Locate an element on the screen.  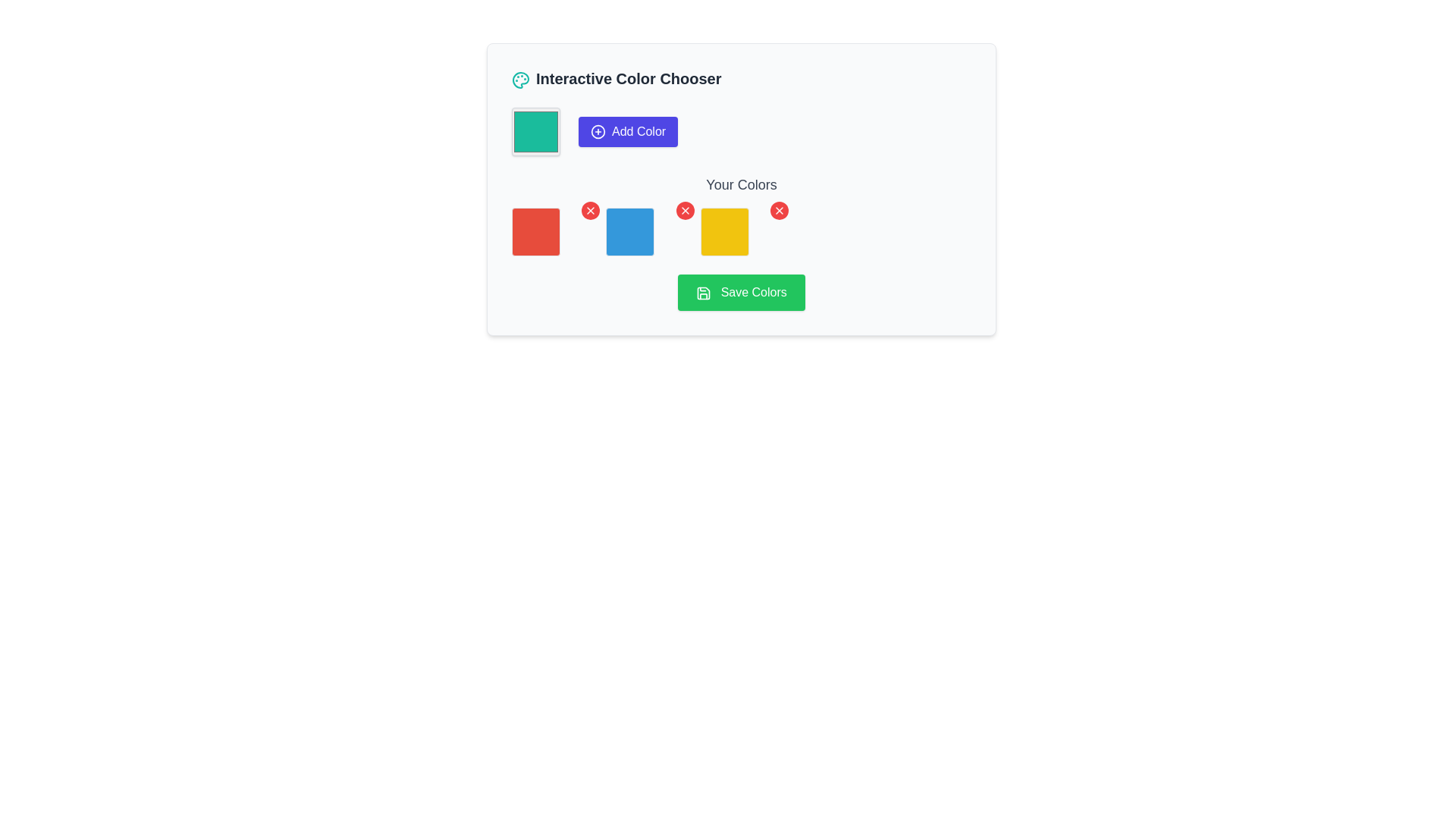
the Text Header displaying 'Interactive Color Chooser', which is bold and dark gray, located in the top-left portion of the interface, preceded by a teal paint palette icon is located at coordinates (617, 79).